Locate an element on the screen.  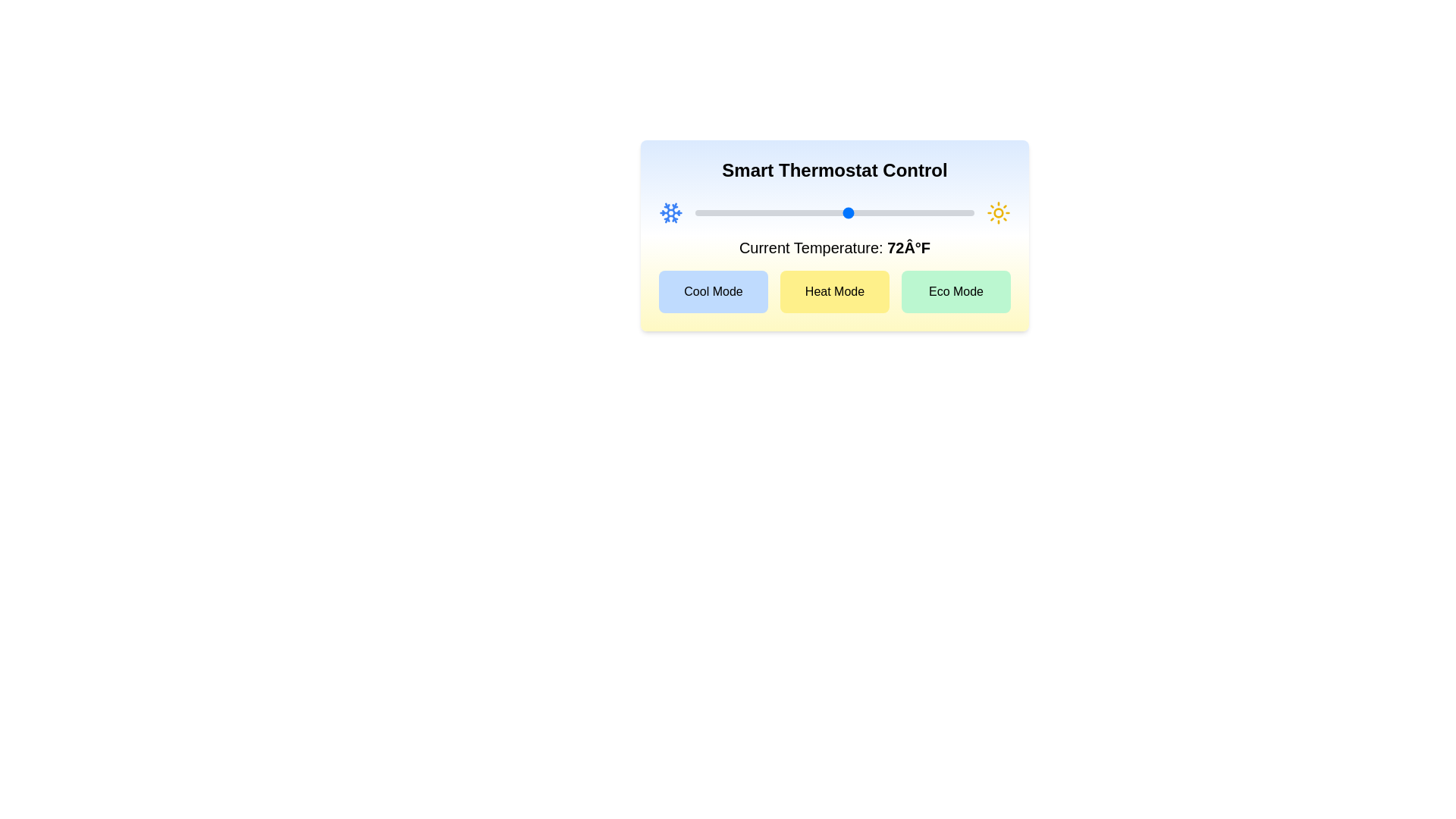
the temperature slider to set the temperature to 89°F is located at coordinates (966, 213).